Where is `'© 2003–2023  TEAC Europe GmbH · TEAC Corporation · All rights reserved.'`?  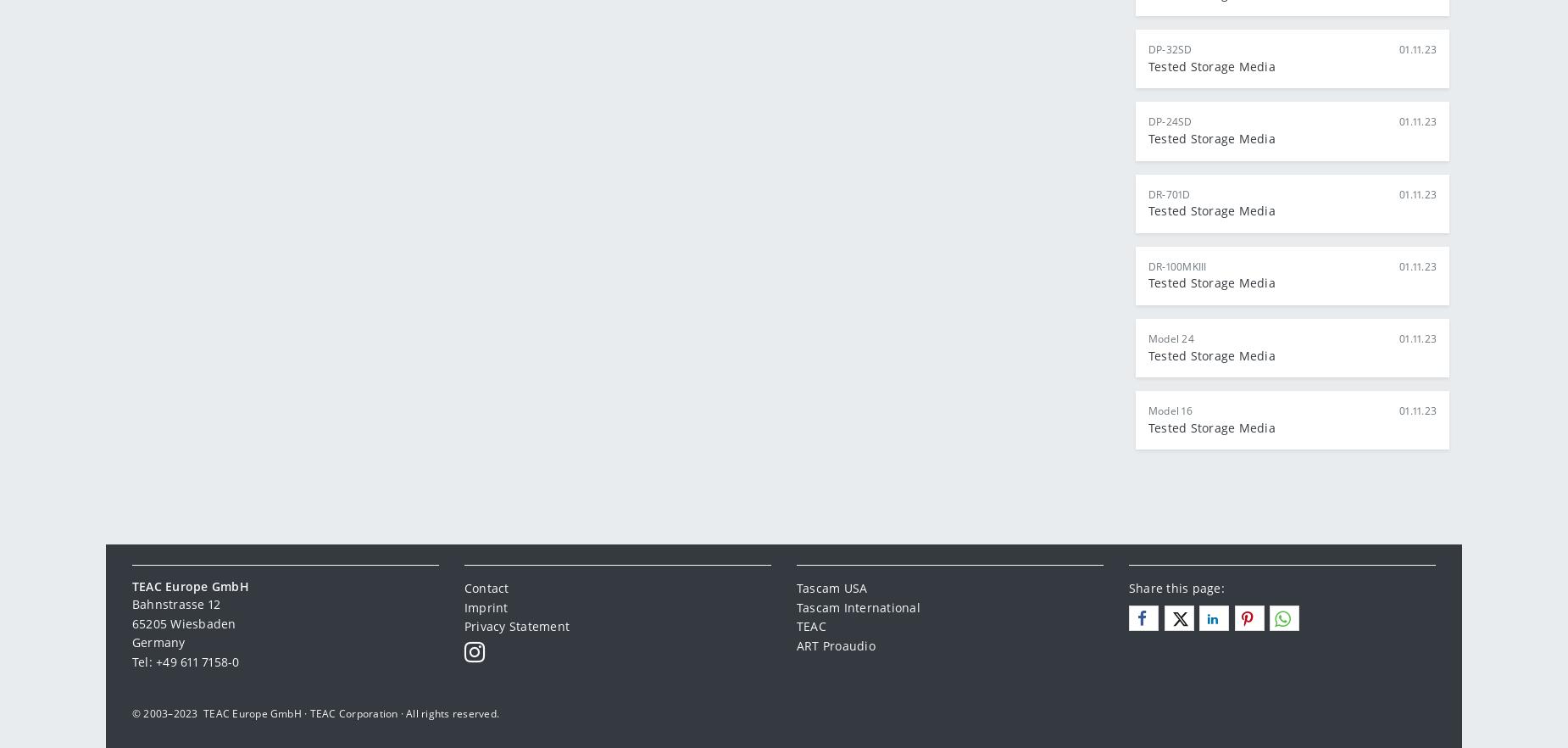
'© 2003–2023  TEAC Europe GmbH · TEAC Corporation · All rights reserved.' is located at coordinates (131, 712).